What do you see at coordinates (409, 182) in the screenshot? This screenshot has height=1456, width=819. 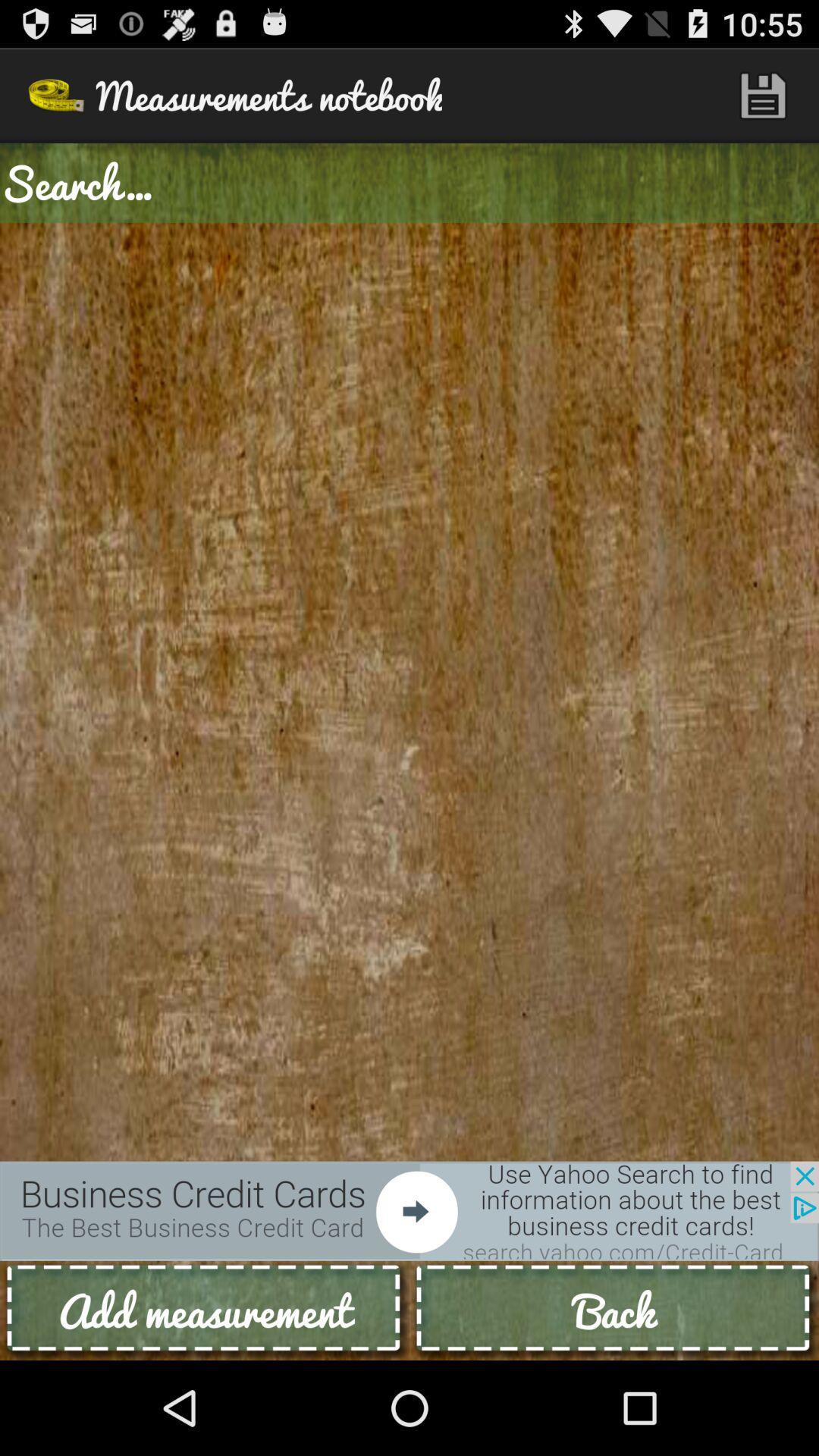 I see `search button` at bounding box center [409, 182].